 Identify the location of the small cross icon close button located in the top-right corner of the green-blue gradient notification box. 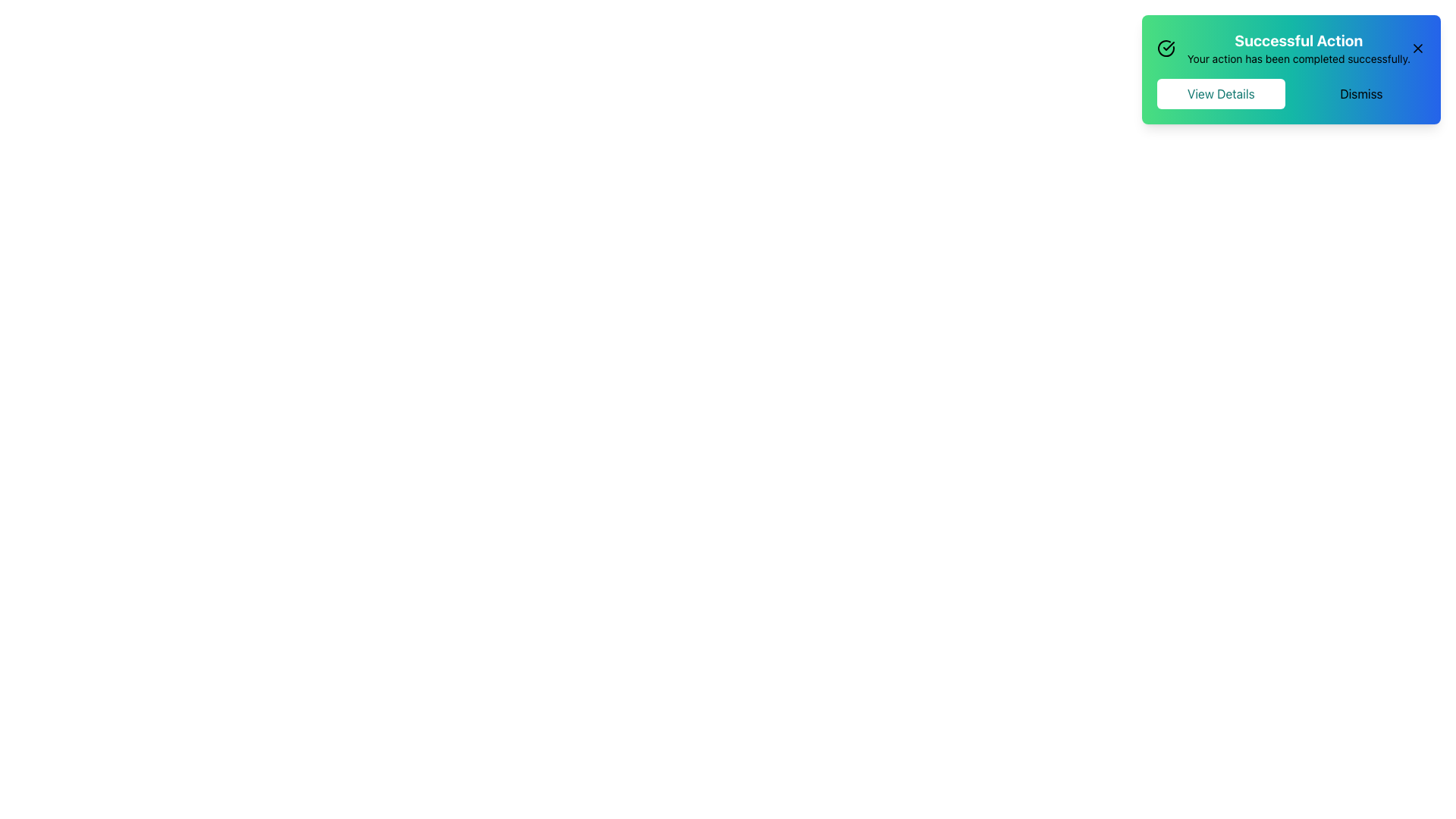
(1417, 48).